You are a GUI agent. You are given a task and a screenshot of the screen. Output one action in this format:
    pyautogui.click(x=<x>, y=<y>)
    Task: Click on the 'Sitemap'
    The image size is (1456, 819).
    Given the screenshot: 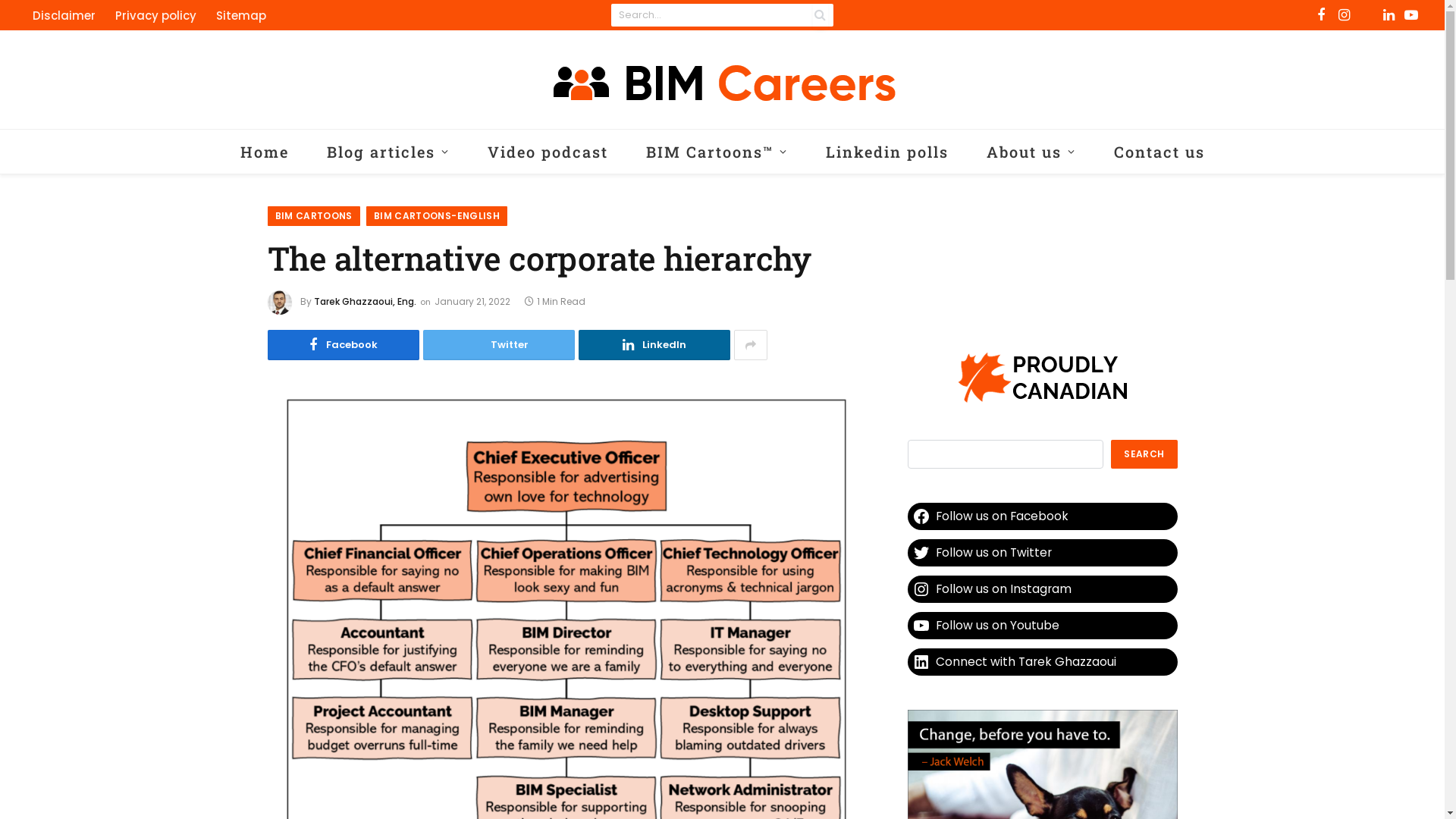 What is the action you would take?
    pyautogui.click(x=240, y=14)
    